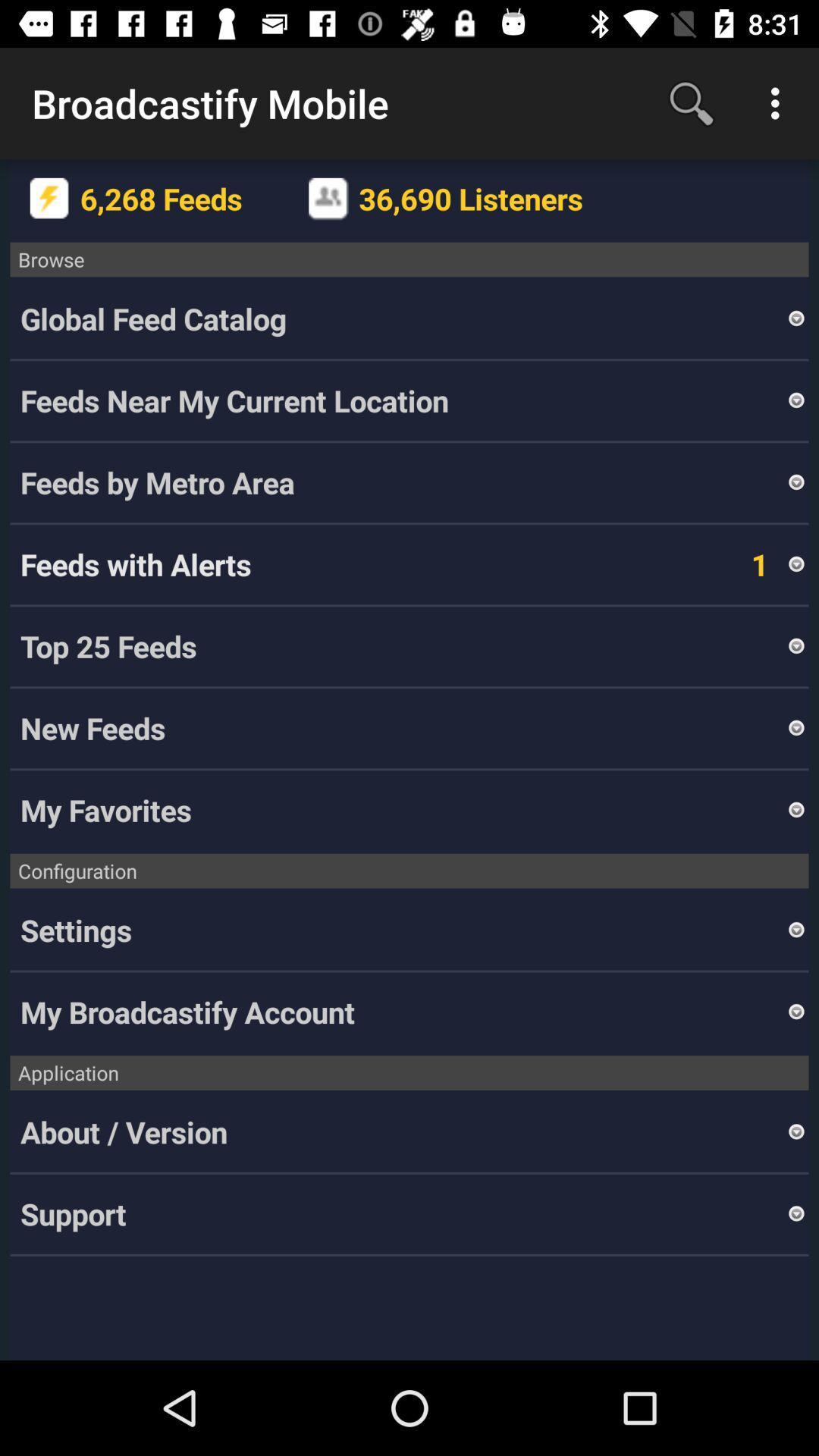 The height and width of the screenshot is (1456, 819). I want to click on item below the settings icon, so click(402, 1012).